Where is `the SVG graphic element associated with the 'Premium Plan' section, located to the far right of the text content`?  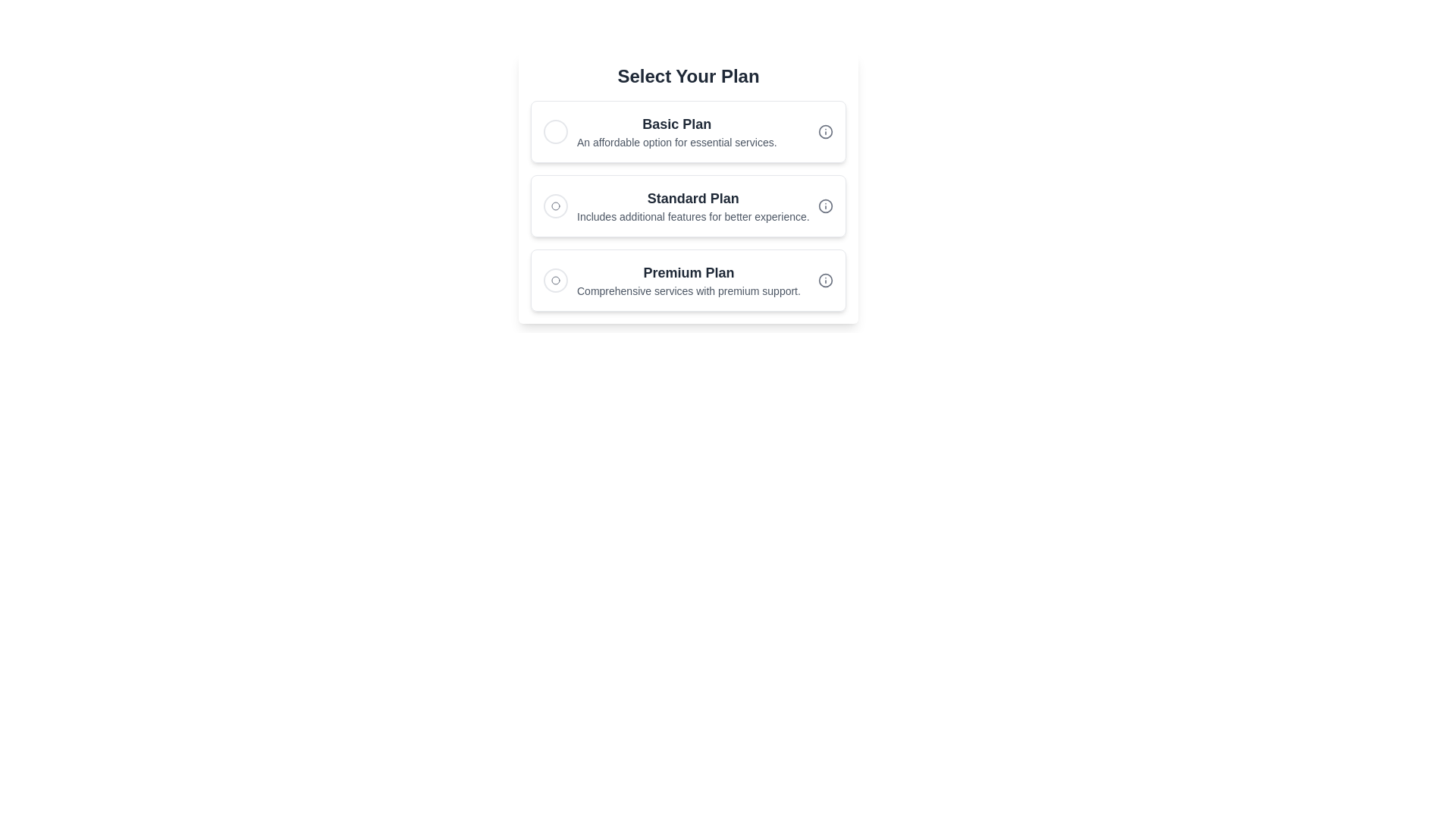
the SVG graphic element associated with the 'Premium Plan' section, located to the far right of the text content is located at coordinates (825, 281).